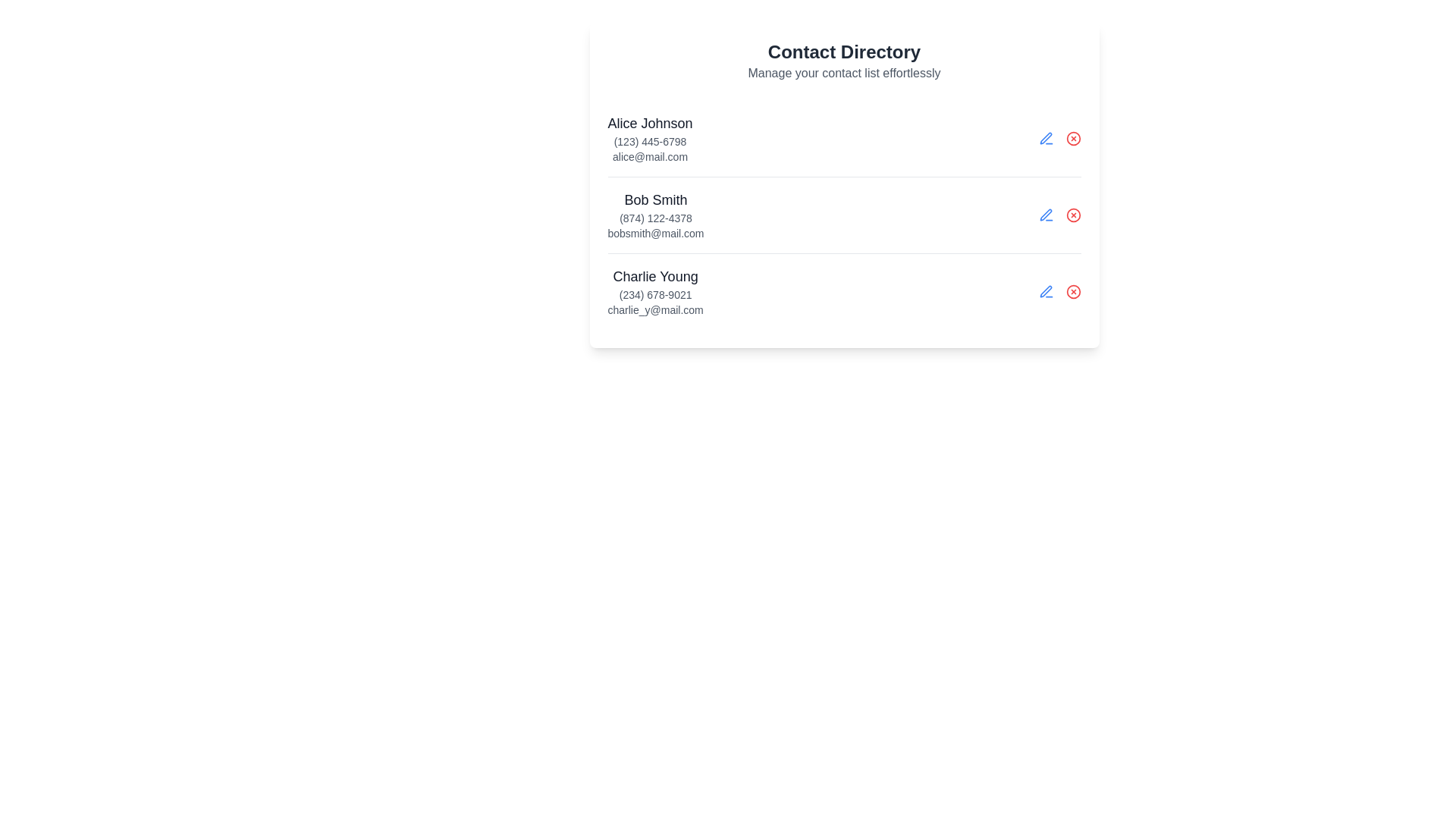 The height and width of the screenshot is (819, 1456). What do you see at coordinates (1045, 215) in the screenshot?
I see `the view details button for contact Bob Smith` at bounding box center [1045, 215].